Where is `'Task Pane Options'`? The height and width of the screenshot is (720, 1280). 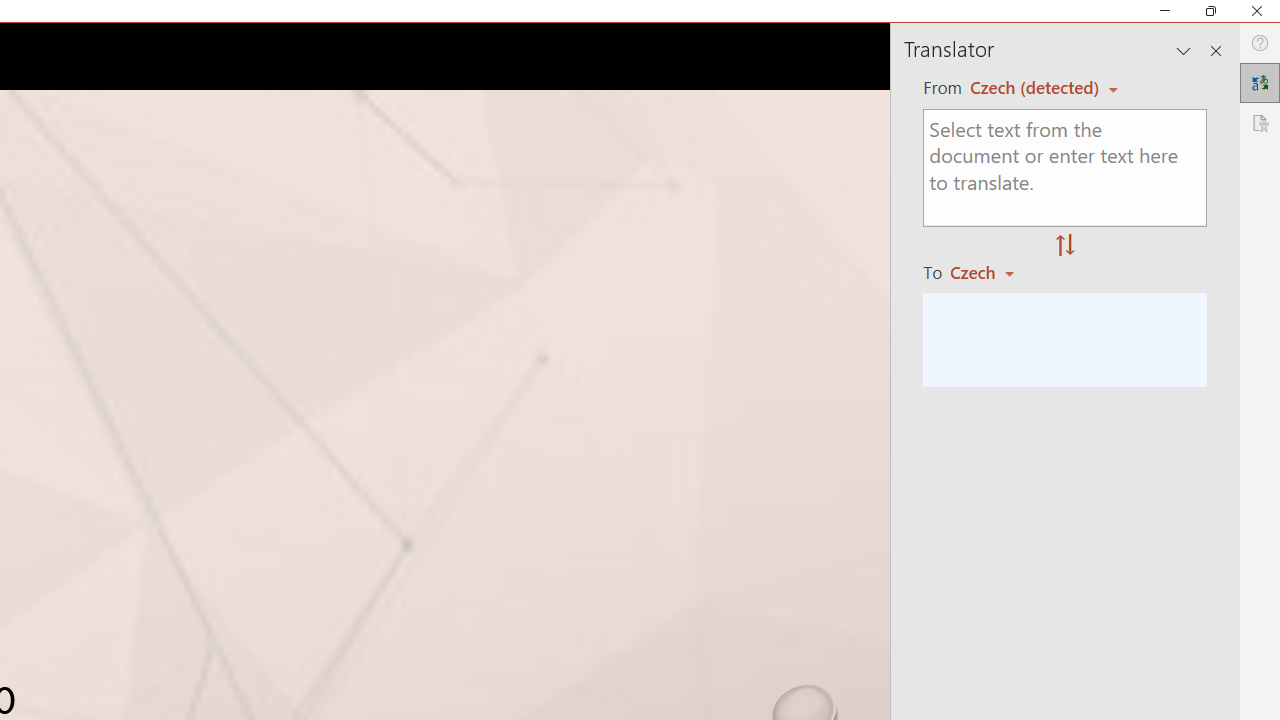 'Task Pane Options' is located at coordinates (1184, 50).